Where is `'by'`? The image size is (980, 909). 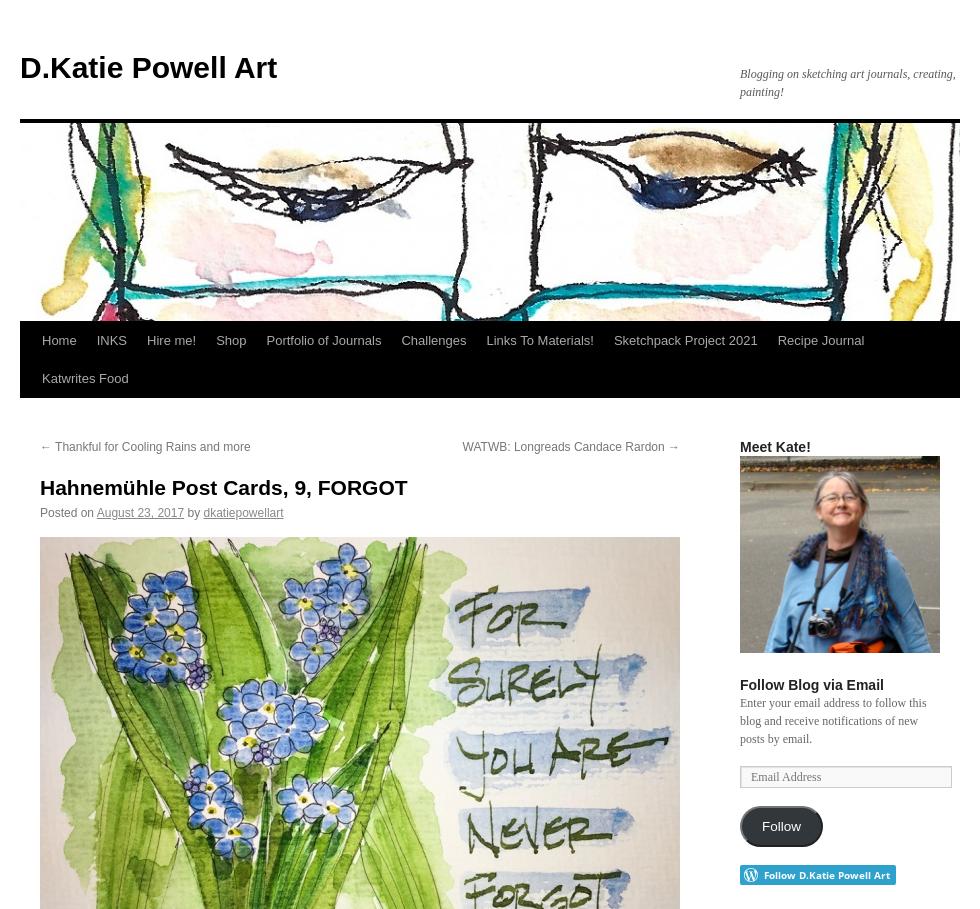 'by' is located at coordinates (193, 512).